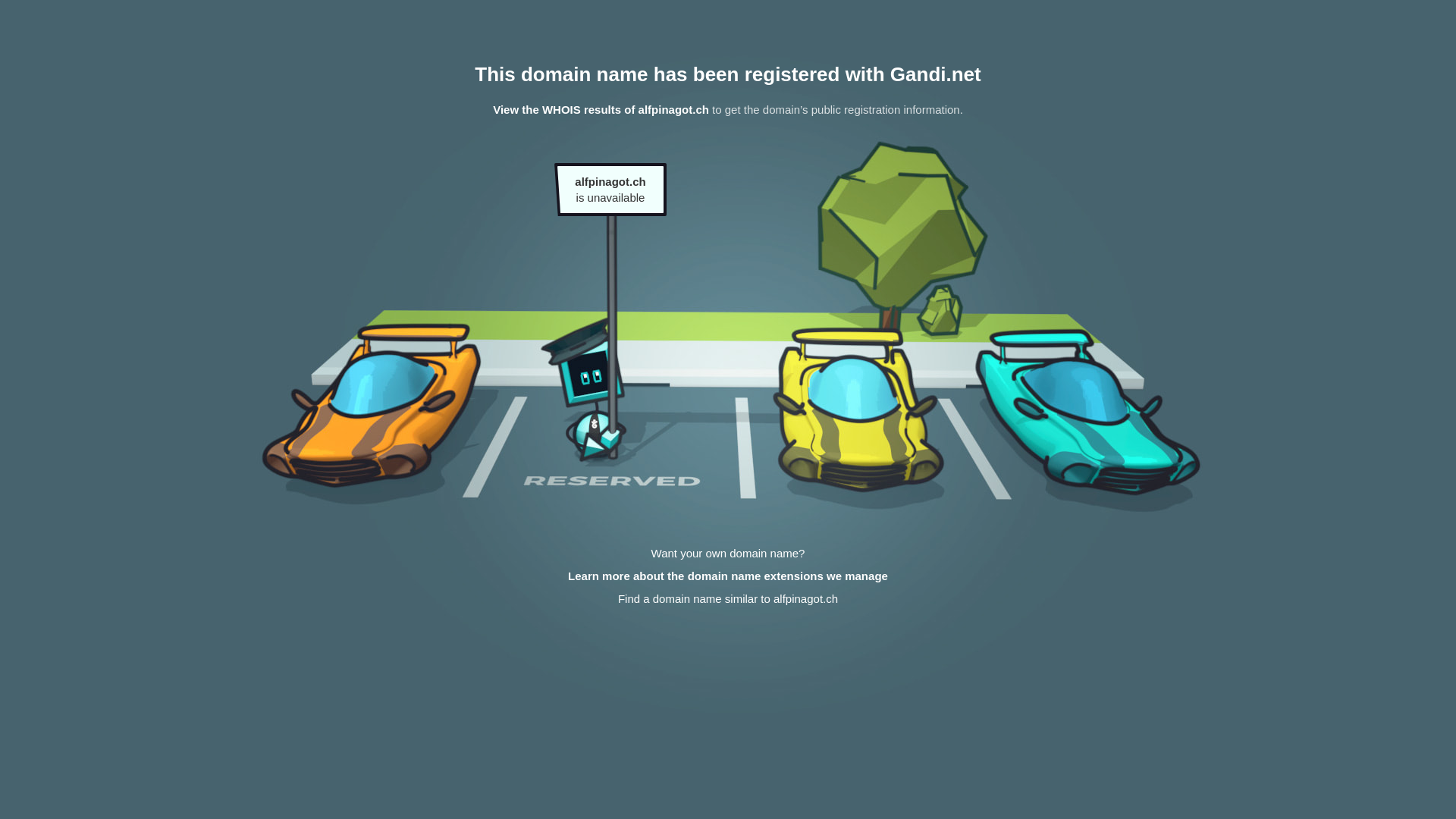  What do you see at coordinates (728, 598) in the screenshot?
I see `'Find a domain name similar to alfpinagot.ch'` at bounding box center [728, 598].